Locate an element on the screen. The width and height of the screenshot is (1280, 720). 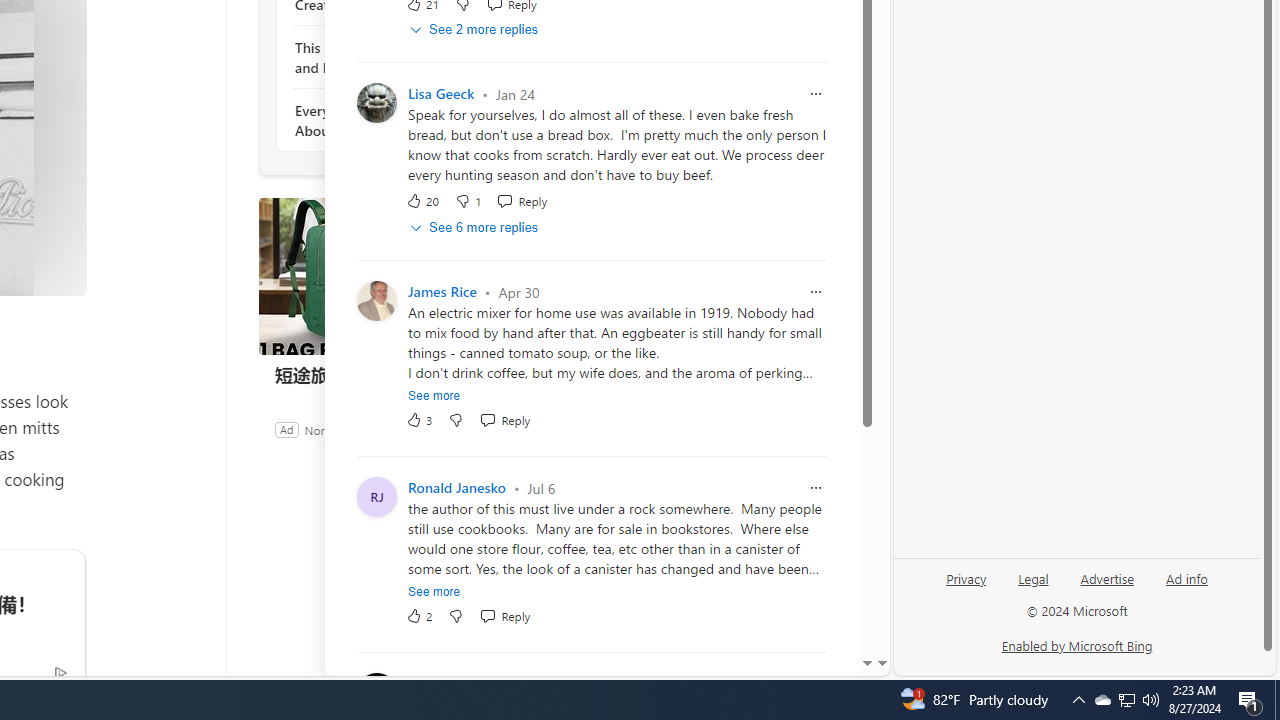
'Reply Reply Comment' is located at coordinates (505, 615).